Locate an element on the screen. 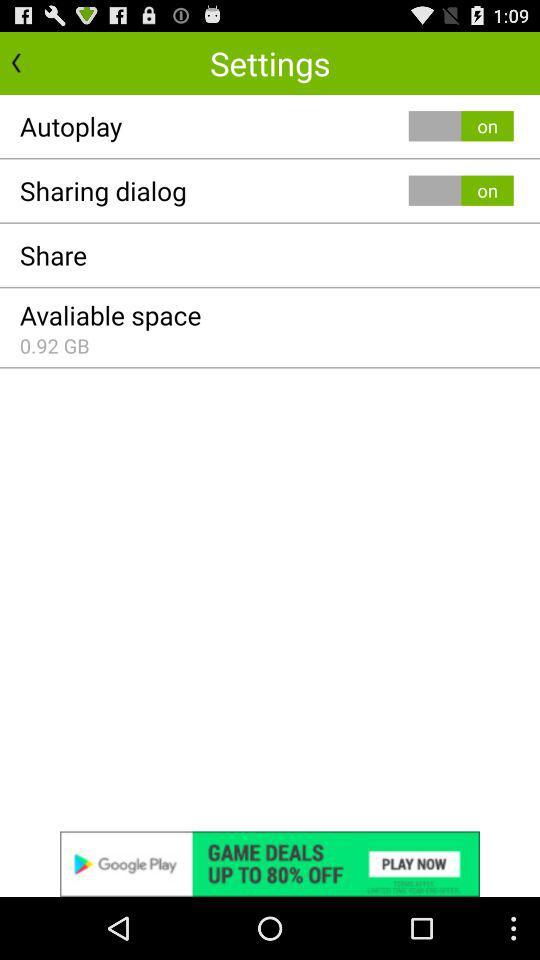 The width and height of the screenshot is (540, 960). previous is located at coordinates (36, 62).